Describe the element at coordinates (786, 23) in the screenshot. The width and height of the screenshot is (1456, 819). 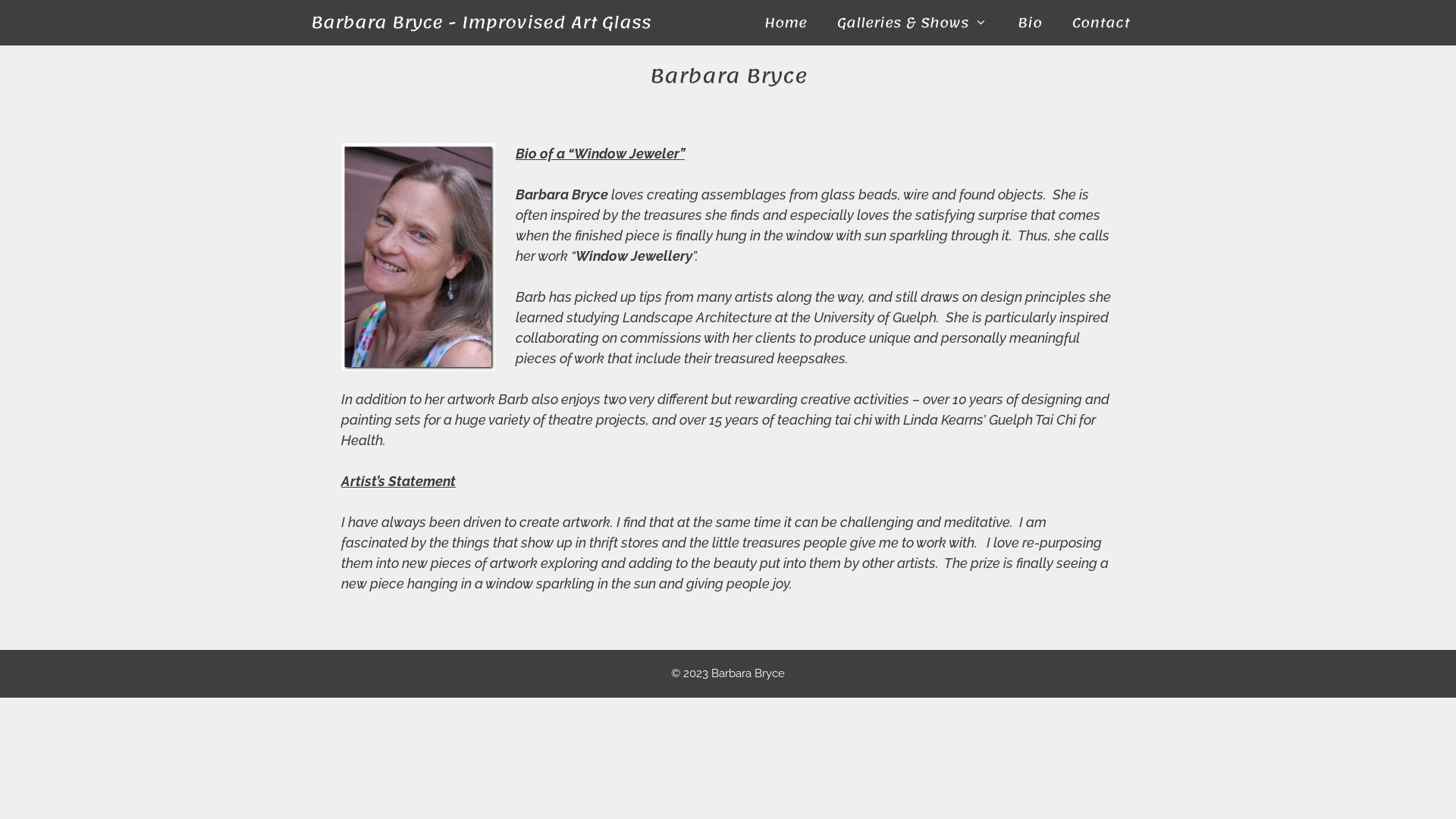
I see `'Home'` at that location.